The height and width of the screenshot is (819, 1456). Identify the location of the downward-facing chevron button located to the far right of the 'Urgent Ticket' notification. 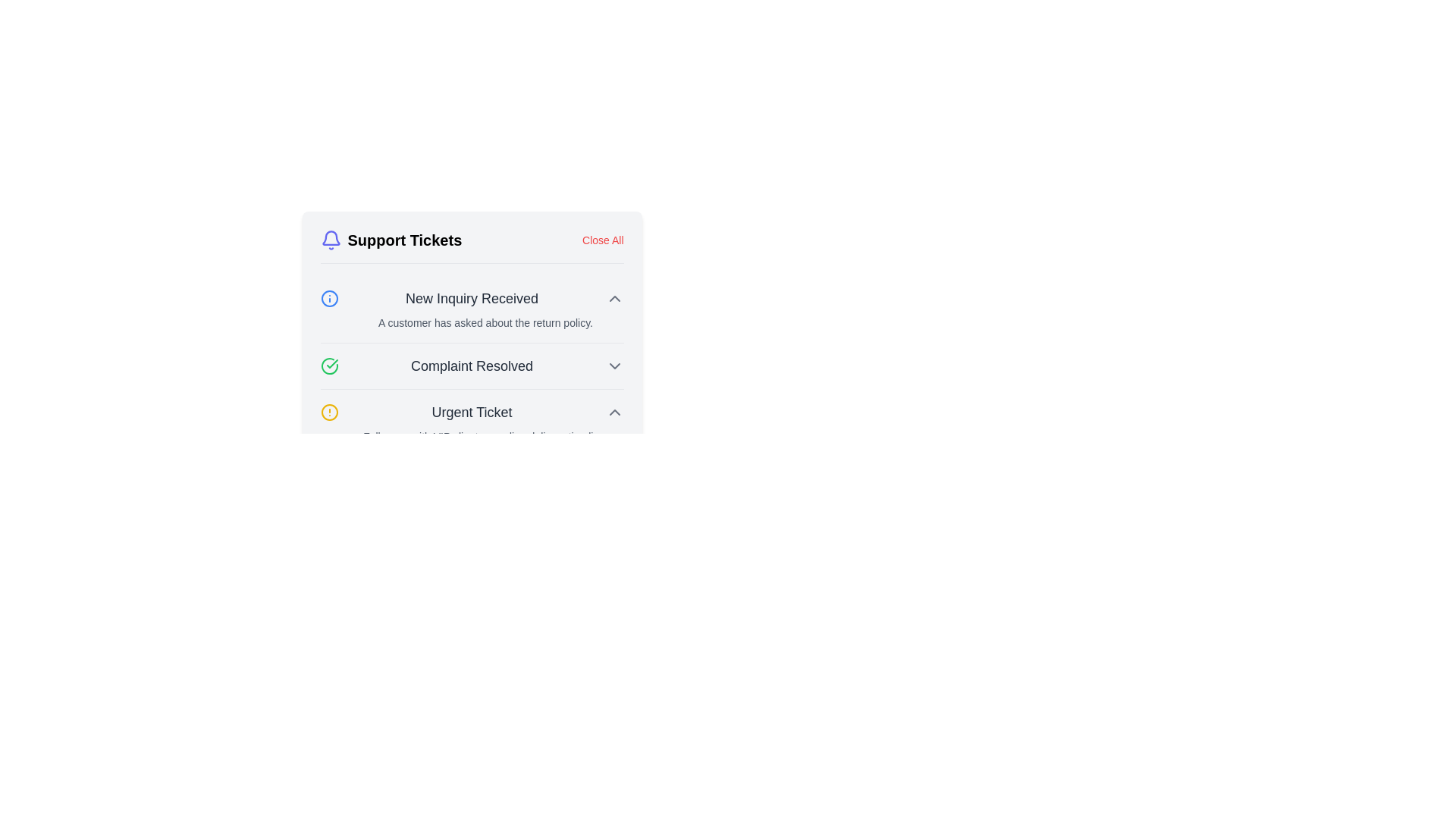
(614, 412).